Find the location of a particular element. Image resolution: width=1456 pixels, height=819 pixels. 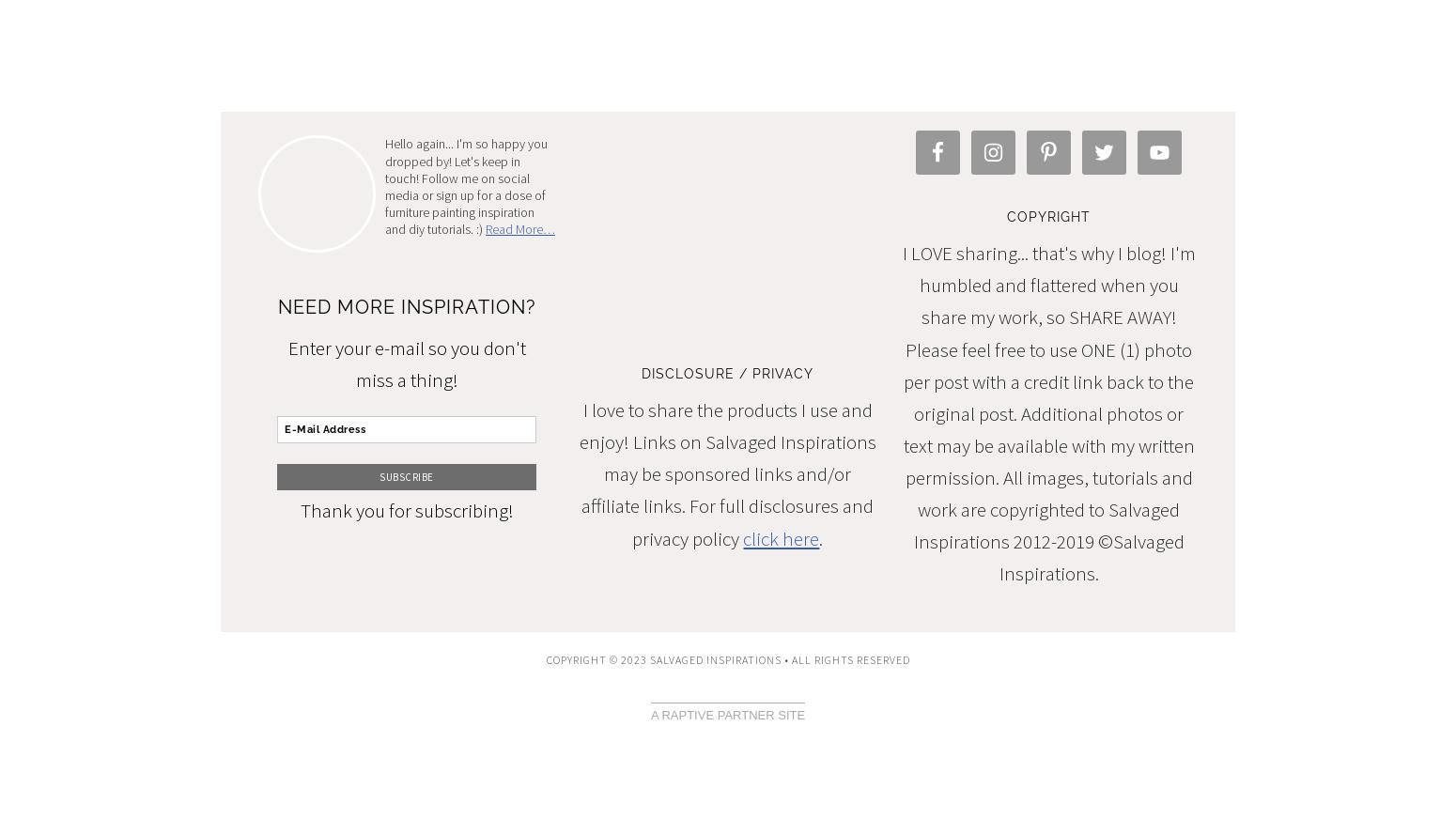

'click here' is located at coordinates (780, 537).